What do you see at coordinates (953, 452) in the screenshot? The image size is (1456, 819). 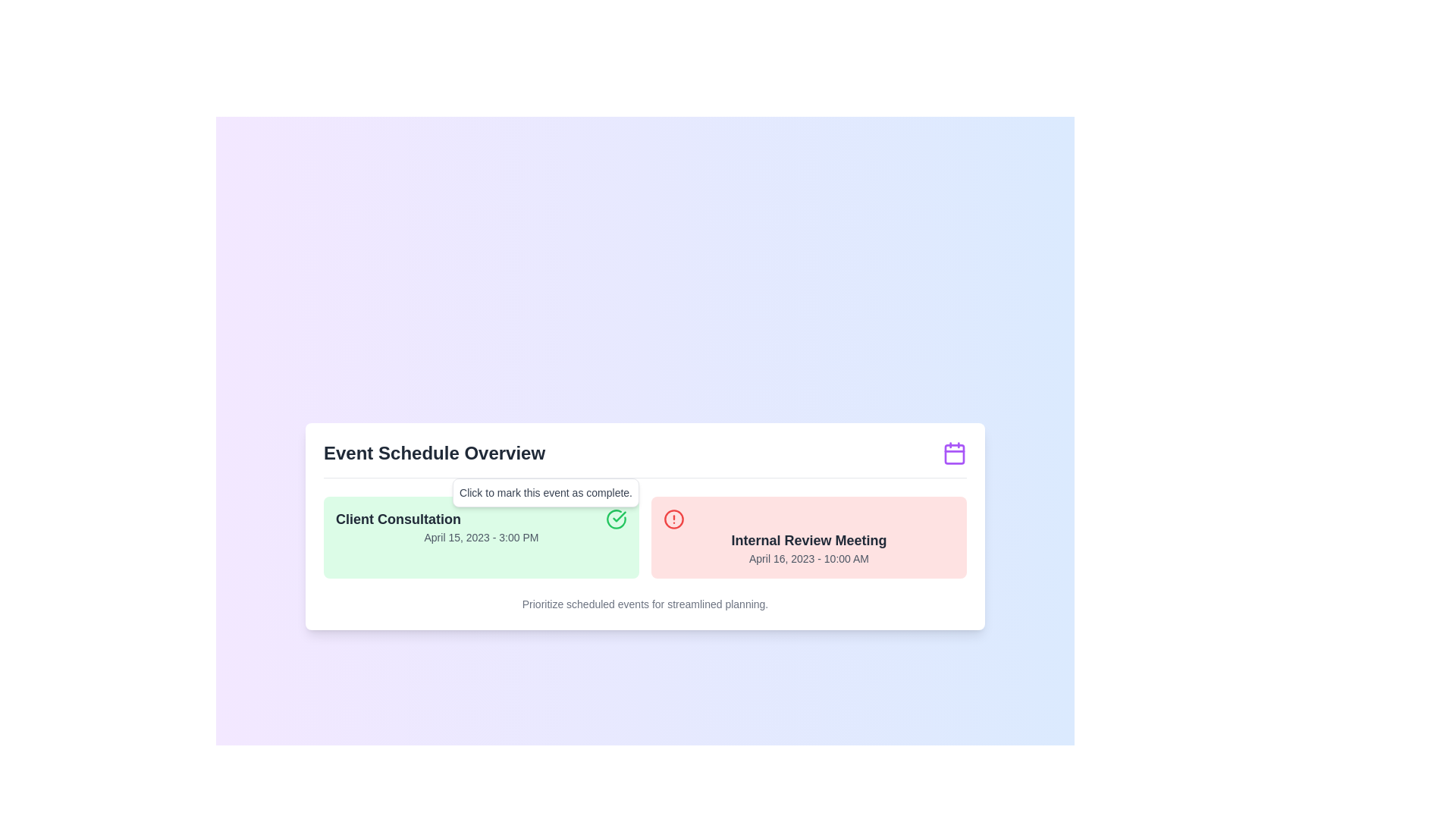 I see `the purple calendar icon located in the top-right corner of the 'Event Schedule Overview' section` at bounding box center [953, 452].